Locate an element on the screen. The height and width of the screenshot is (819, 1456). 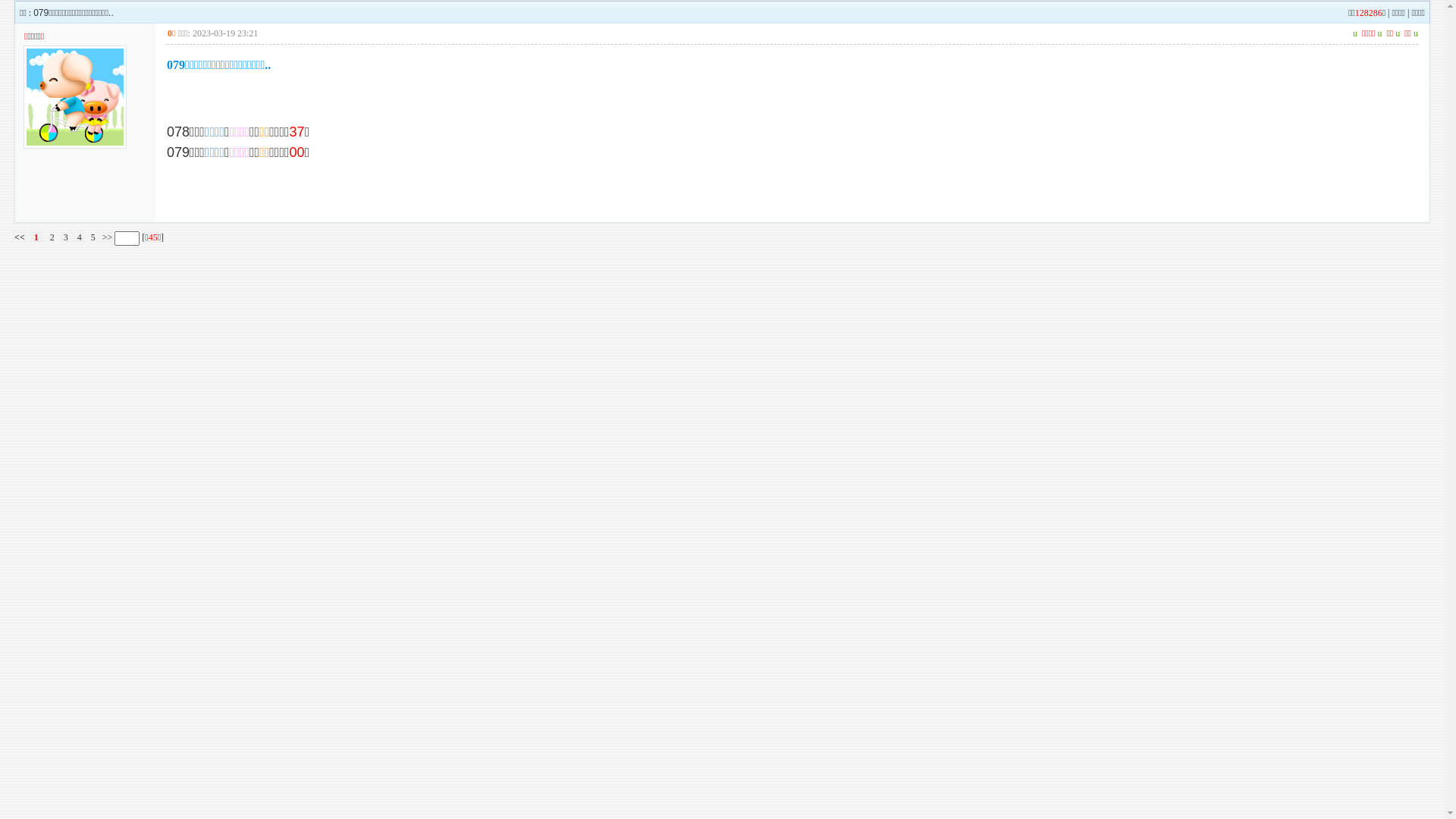
'>>' is located at coordinates (105, 237).